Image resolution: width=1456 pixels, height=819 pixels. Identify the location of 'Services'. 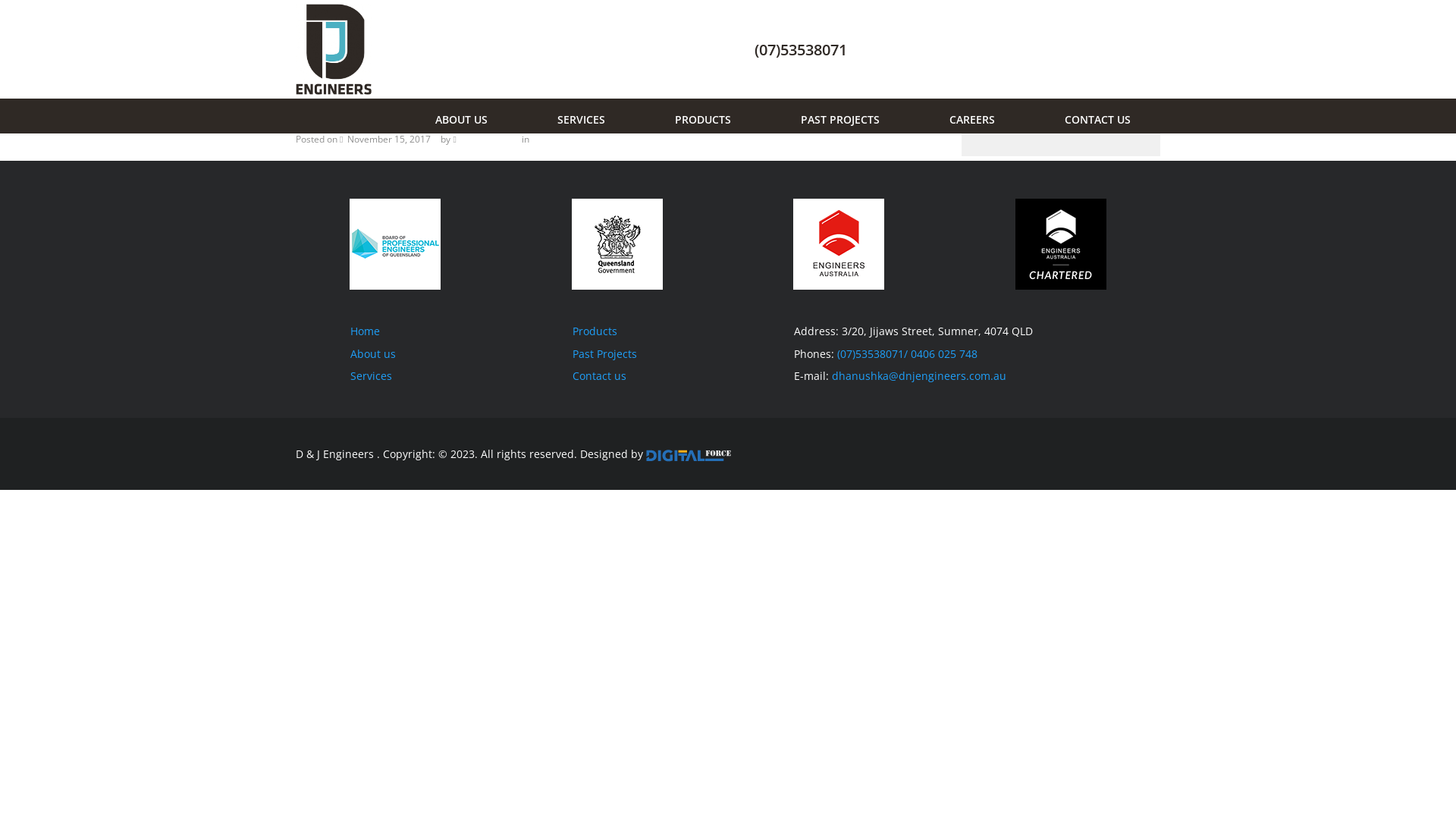
(349, 375).